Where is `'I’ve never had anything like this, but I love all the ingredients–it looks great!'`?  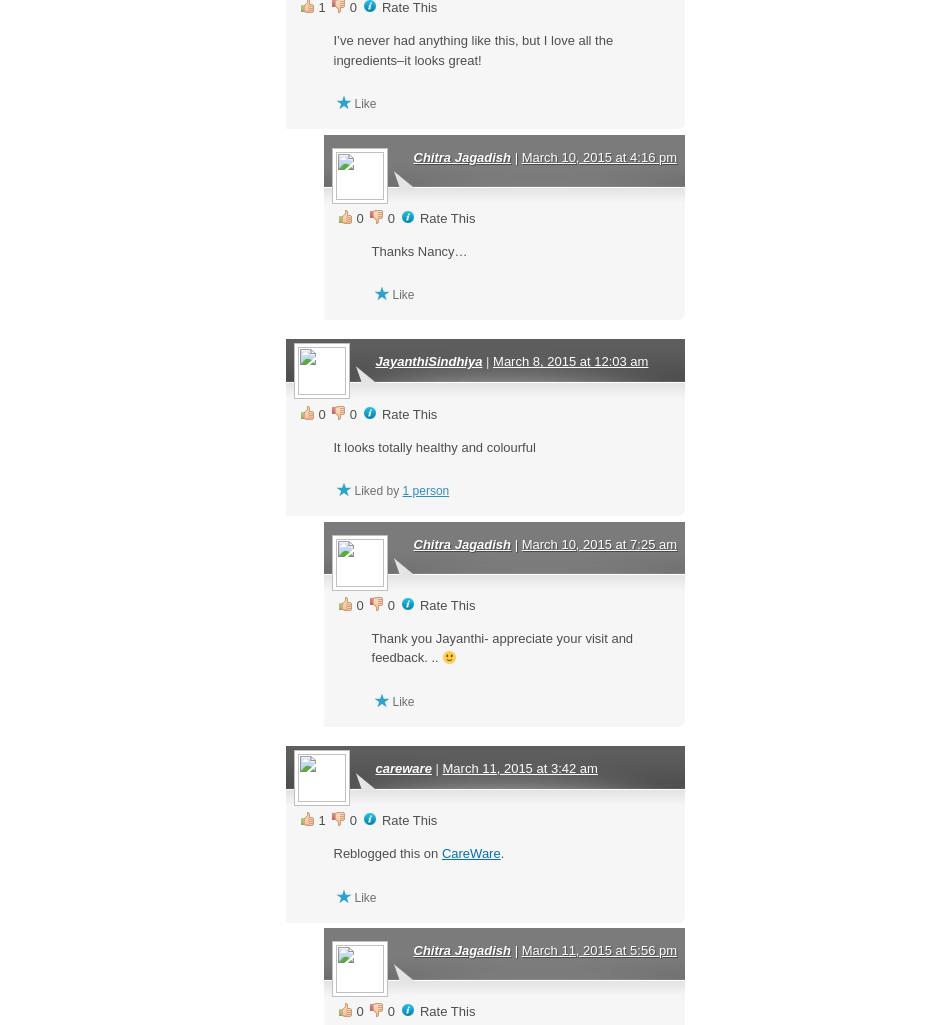 'I’ve never had anything like this, but I love all the ingredients–it looks great!' is located at coordinates (473, 49).